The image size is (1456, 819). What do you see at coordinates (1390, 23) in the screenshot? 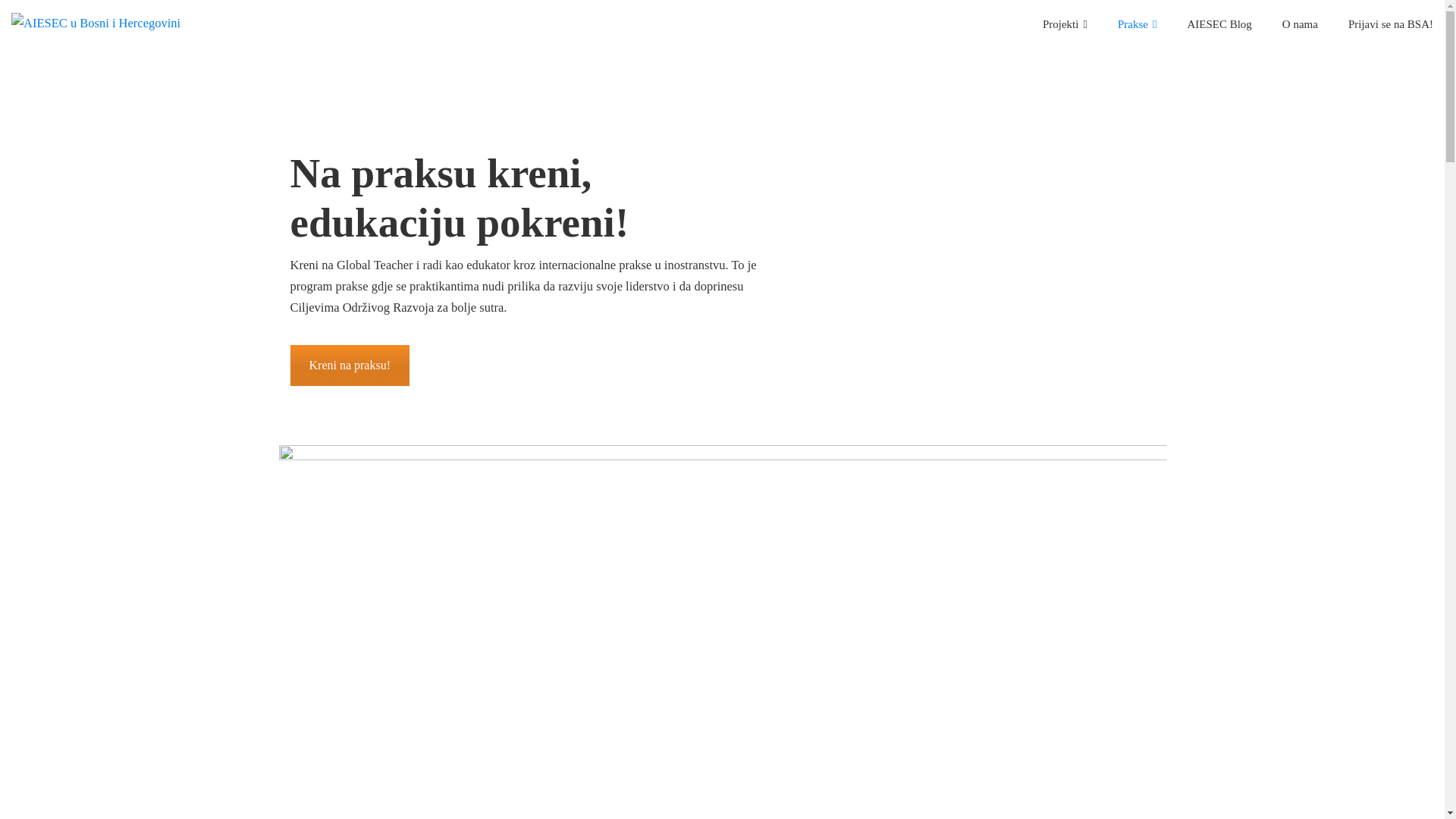
I see `'Prijavi se na BSA!'` at bounding box center [1390, 23].